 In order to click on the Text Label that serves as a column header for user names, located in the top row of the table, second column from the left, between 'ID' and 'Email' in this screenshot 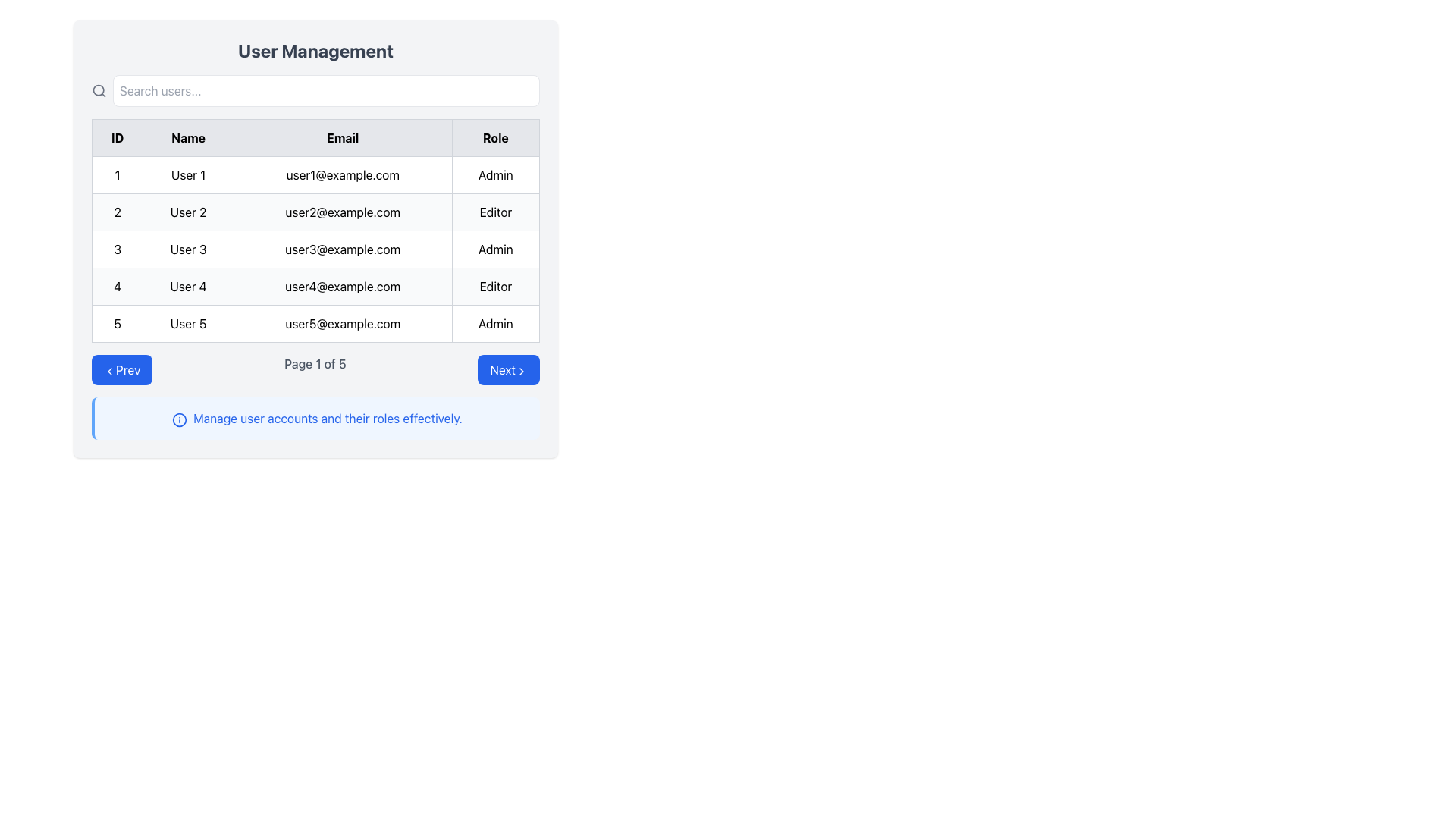, I will do `click(187, 137)`.